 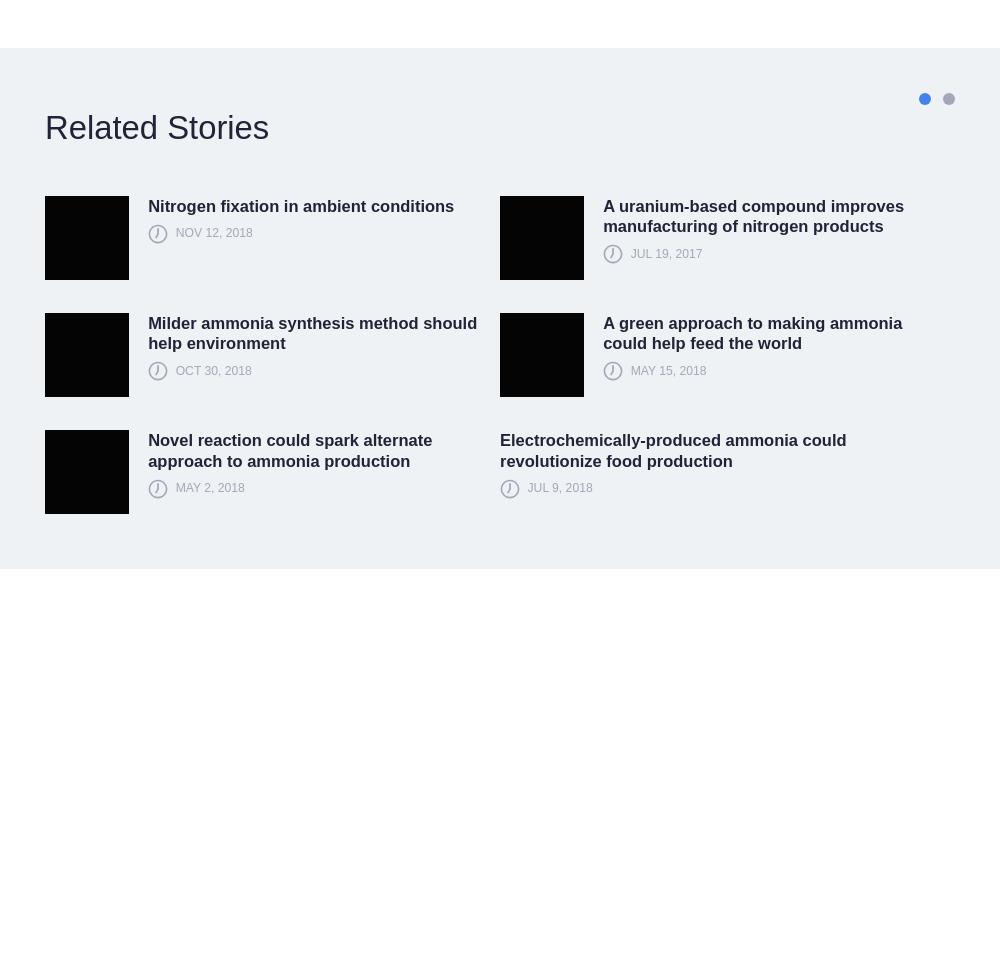 I want to click on 'A uranium-based compound improves manufacturing of nitrogen products', so click(x=753, y=214).